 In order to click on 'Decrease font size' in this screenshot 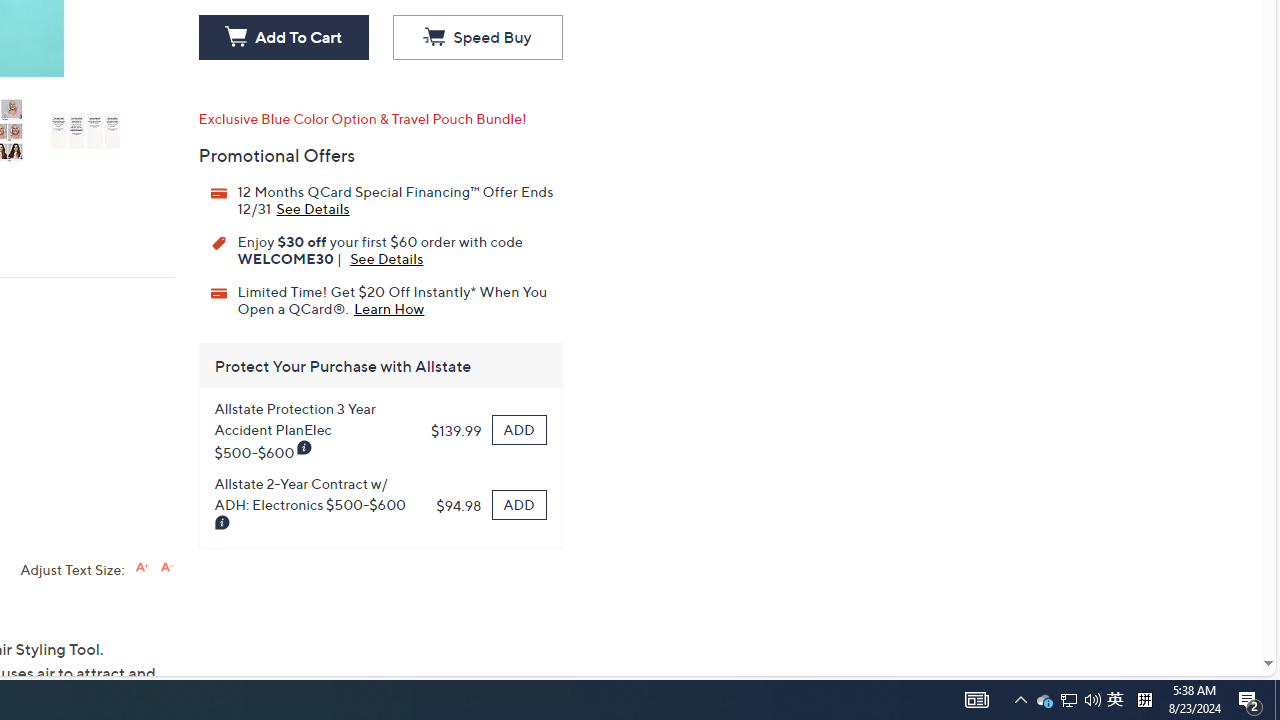, I will do `click(167, 567)`.